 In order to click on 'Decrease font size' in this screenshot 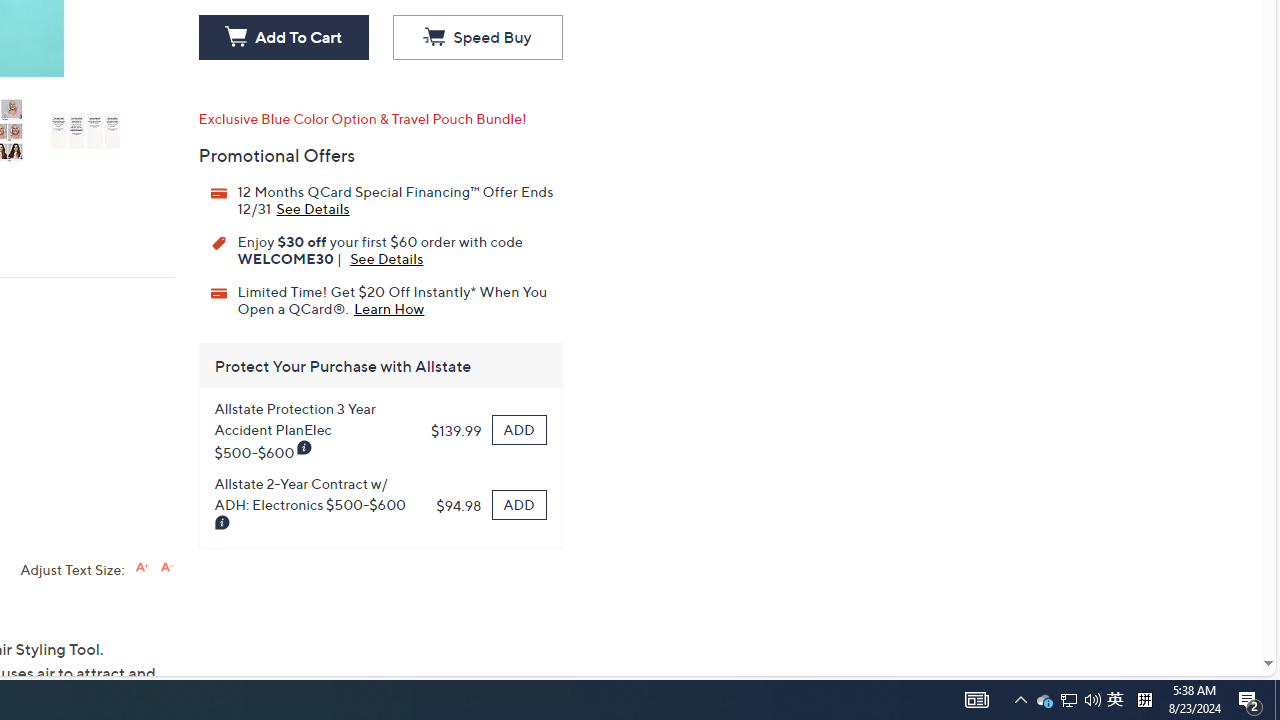, I will do `click(167, 567)`.